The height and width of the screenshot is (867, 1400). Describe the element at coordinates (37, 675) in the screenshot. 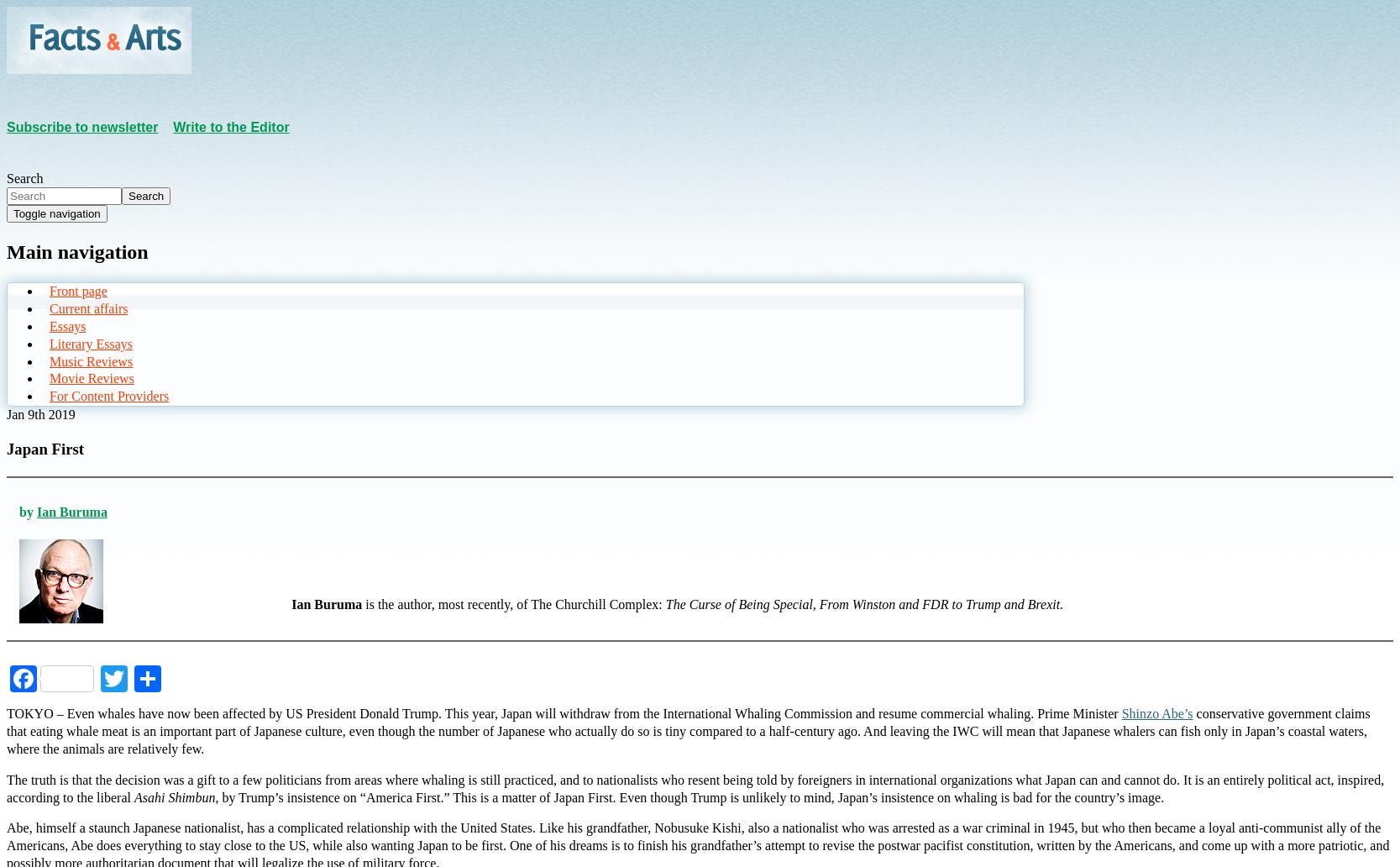

I see `'Facebook'` at that location.